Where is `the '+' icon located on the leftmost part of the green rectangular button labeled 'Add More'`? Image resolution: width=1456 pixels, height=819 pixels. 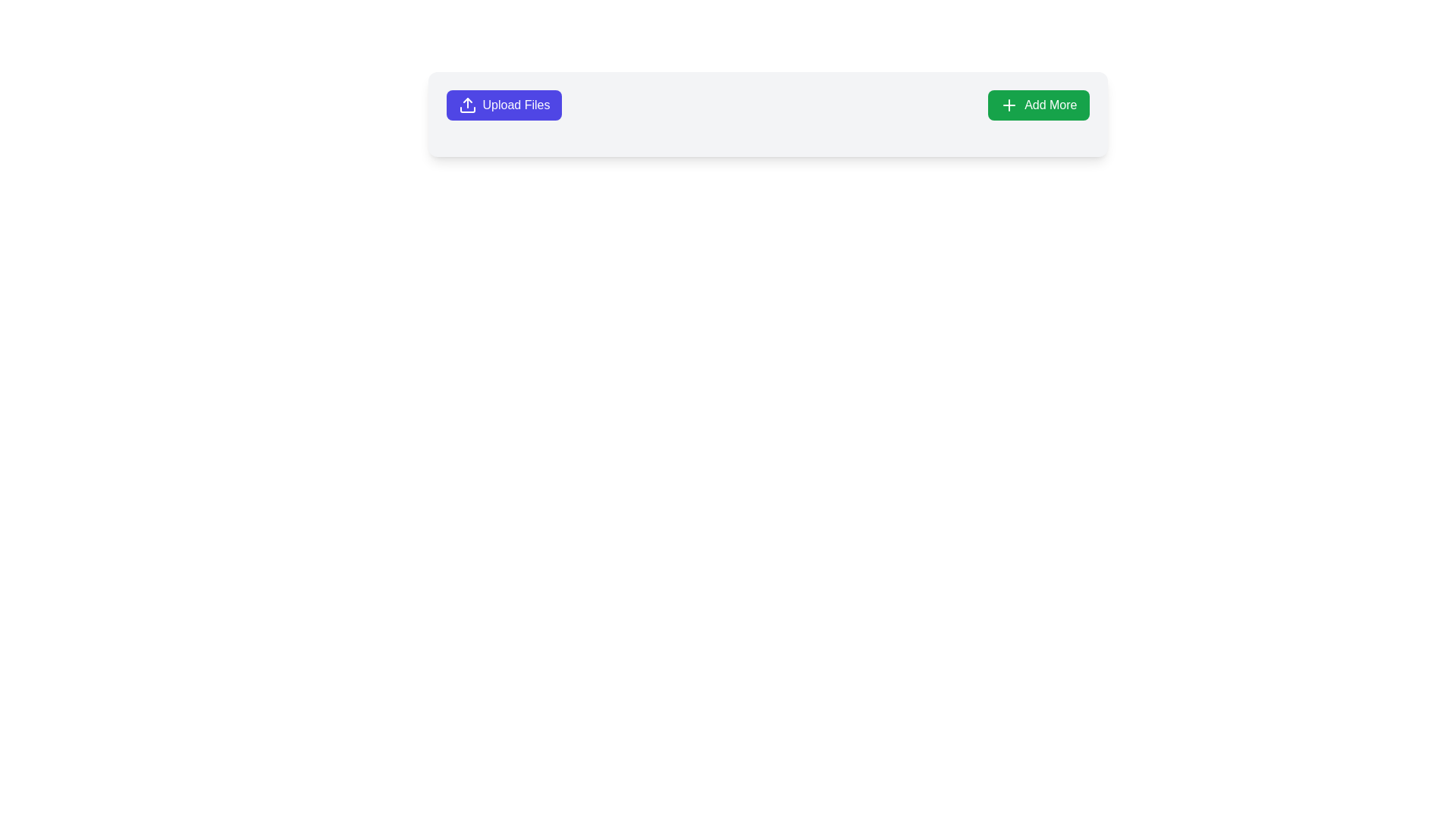 the '+' icon located on the leftmost part of the green rectangular button labeled 'Add More' is located at coordinates (1009, 104).